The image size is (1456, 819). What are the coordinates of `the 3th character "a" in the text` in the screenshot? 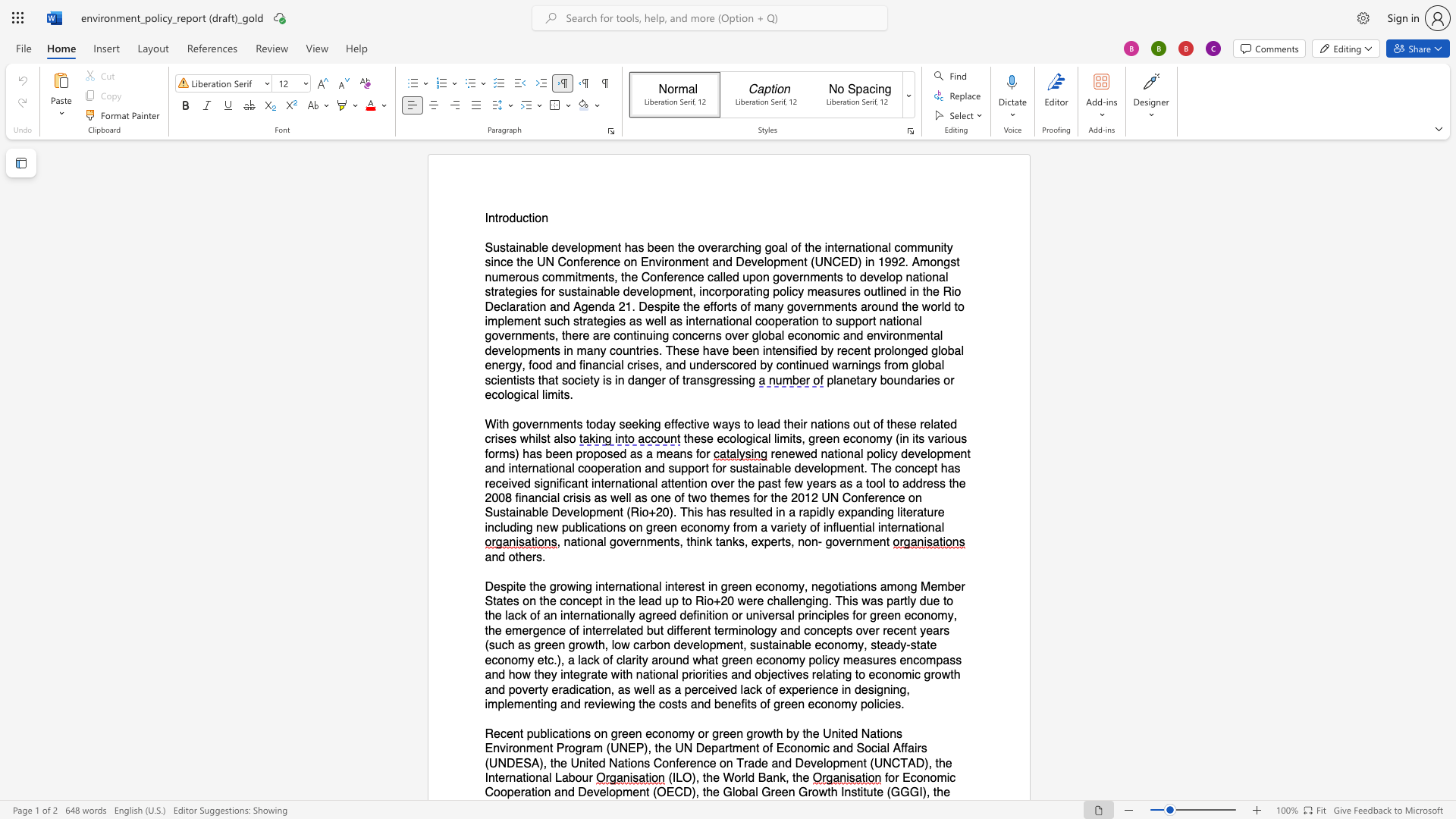 It's located at (617, 366).